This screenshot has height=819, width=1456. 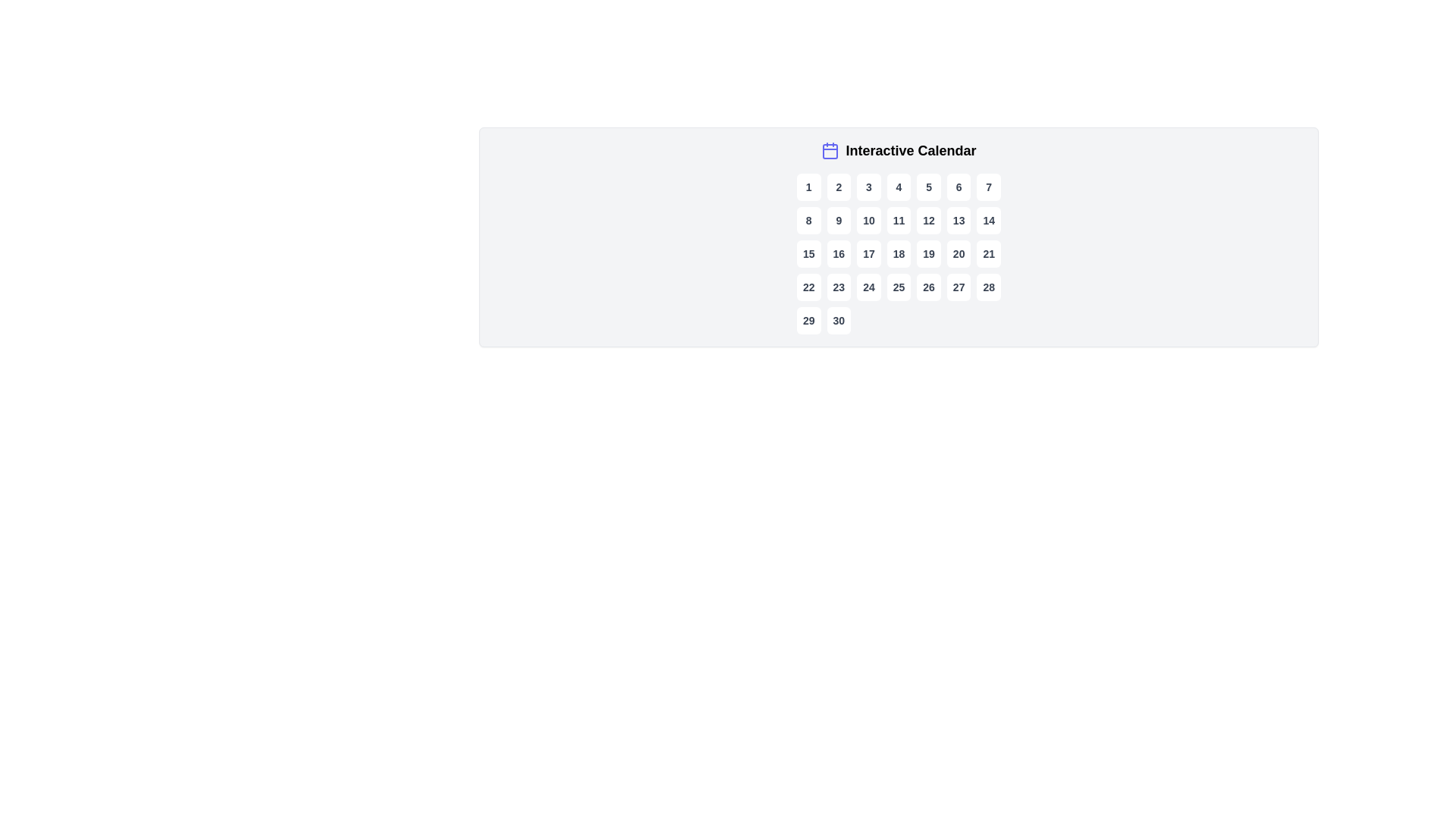 I want to click on the square button labeled '3' with a white background and gray text, located in the first row and third column of the grid in the 'Interactive Calendar' panel, so click(x=868, y=186).